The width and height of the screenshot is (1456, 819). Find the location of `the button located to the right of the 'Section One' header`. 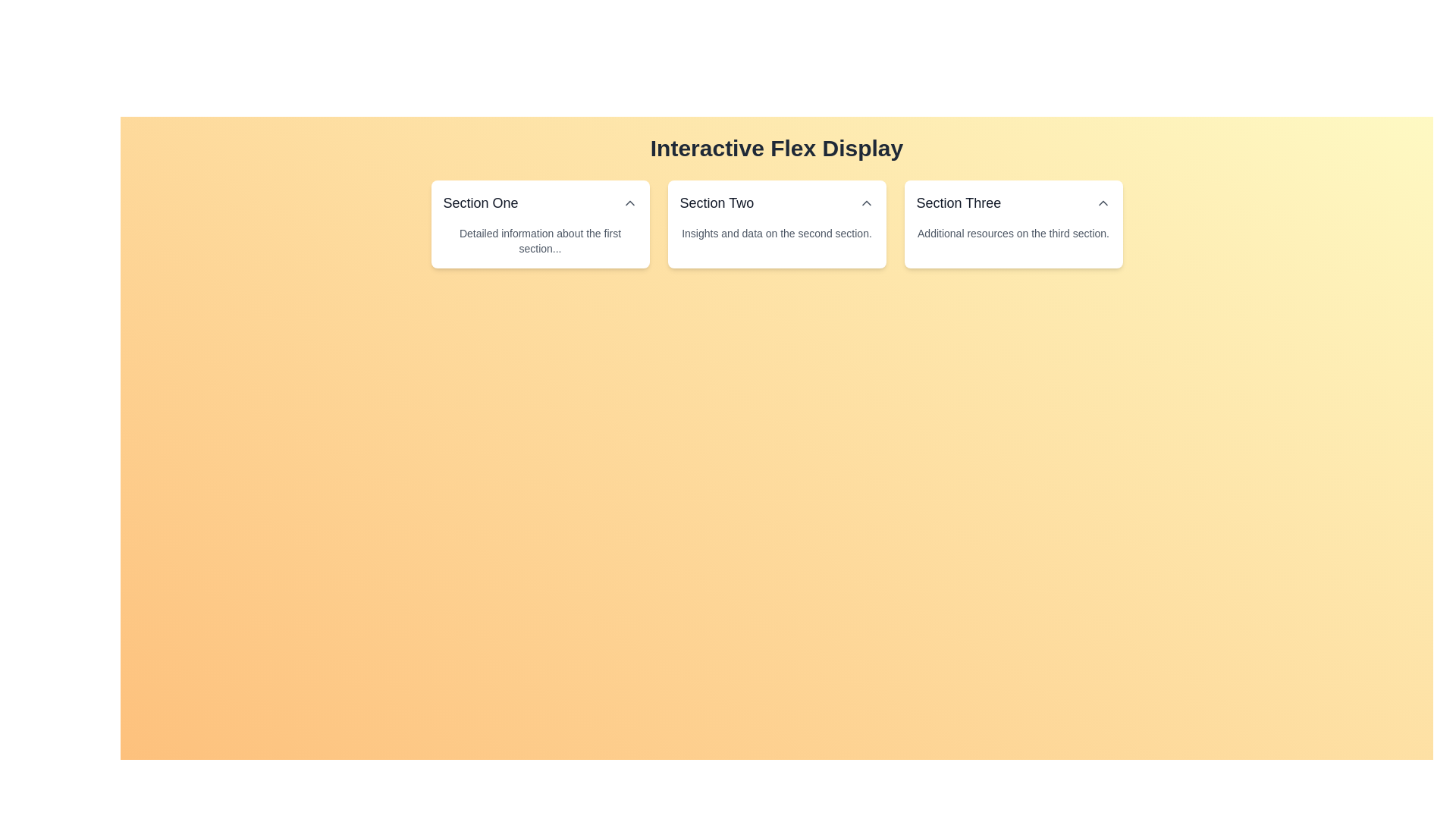

the button located to the right of the 'Section One' header is located at coordinates (629, 202).